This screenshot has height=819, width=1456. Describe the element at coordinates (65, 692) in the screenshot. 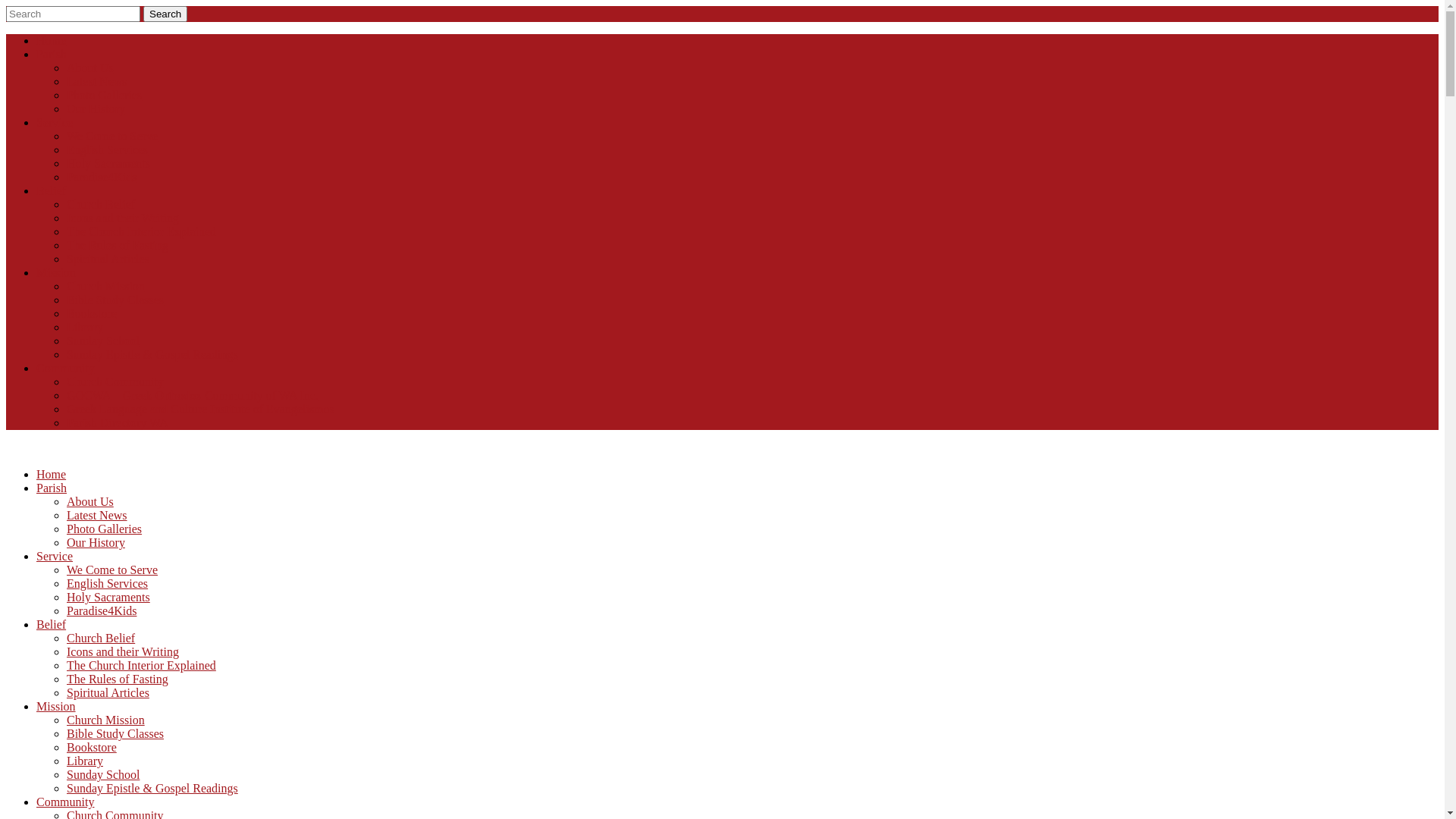

I see `'Spiritual Articles'` at that location.